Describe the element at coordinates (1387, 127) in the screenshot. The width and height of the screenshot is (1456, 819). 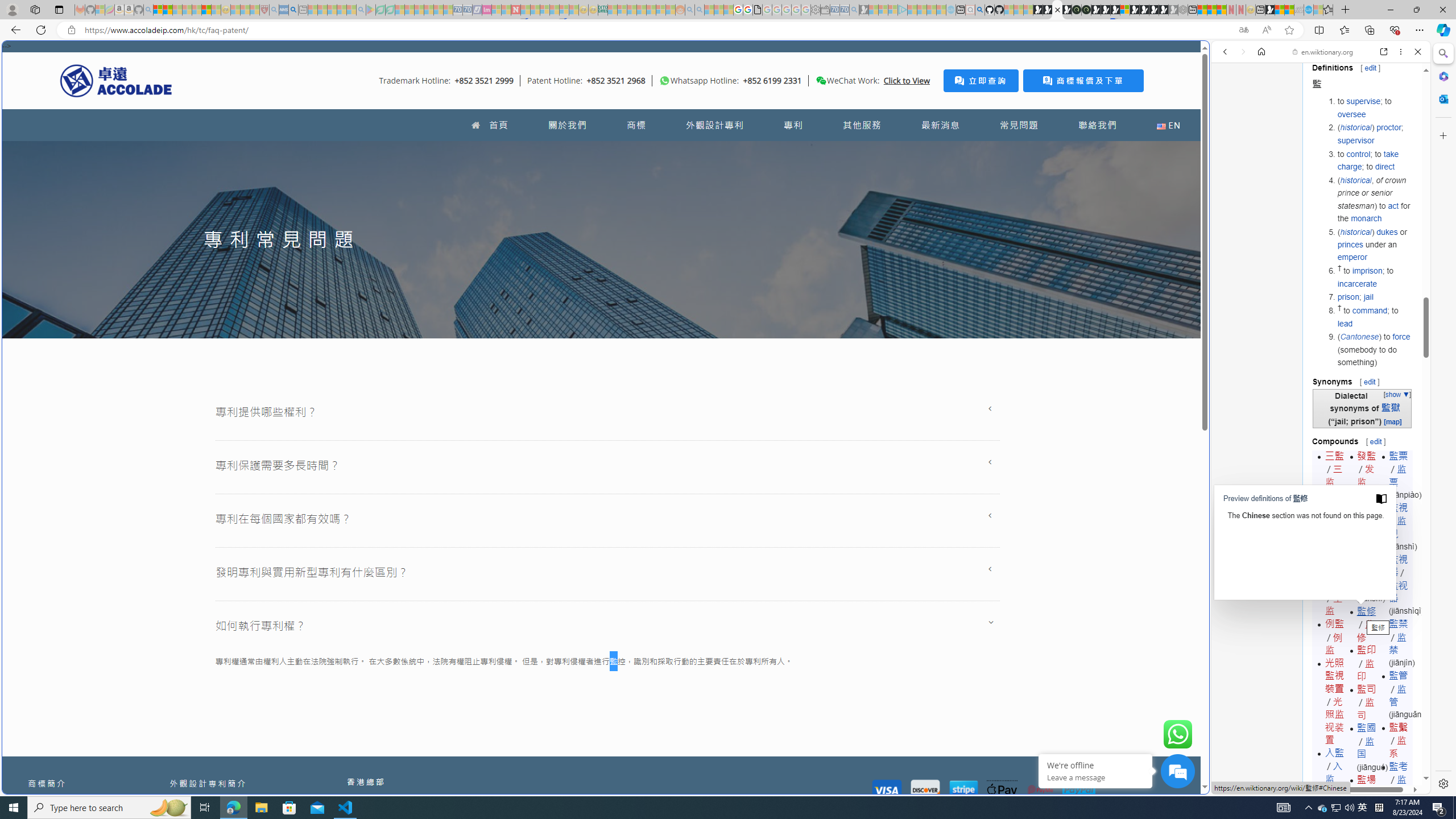
I see `'proctor'` at that location.